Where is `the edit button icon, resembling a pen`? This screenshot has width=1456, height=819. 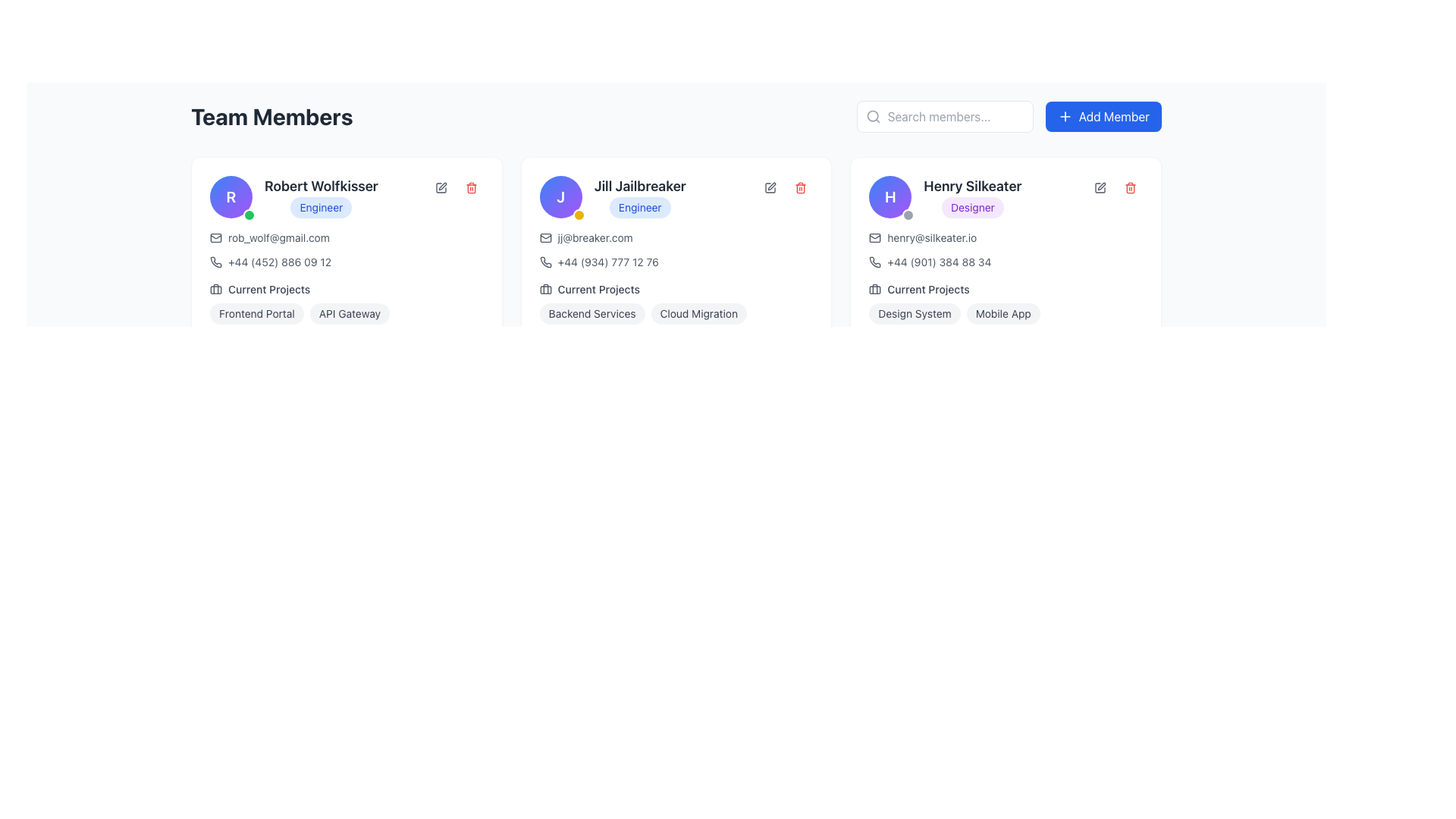 the edit button icon, resembling a pen is located at coordinates (1100, 187).